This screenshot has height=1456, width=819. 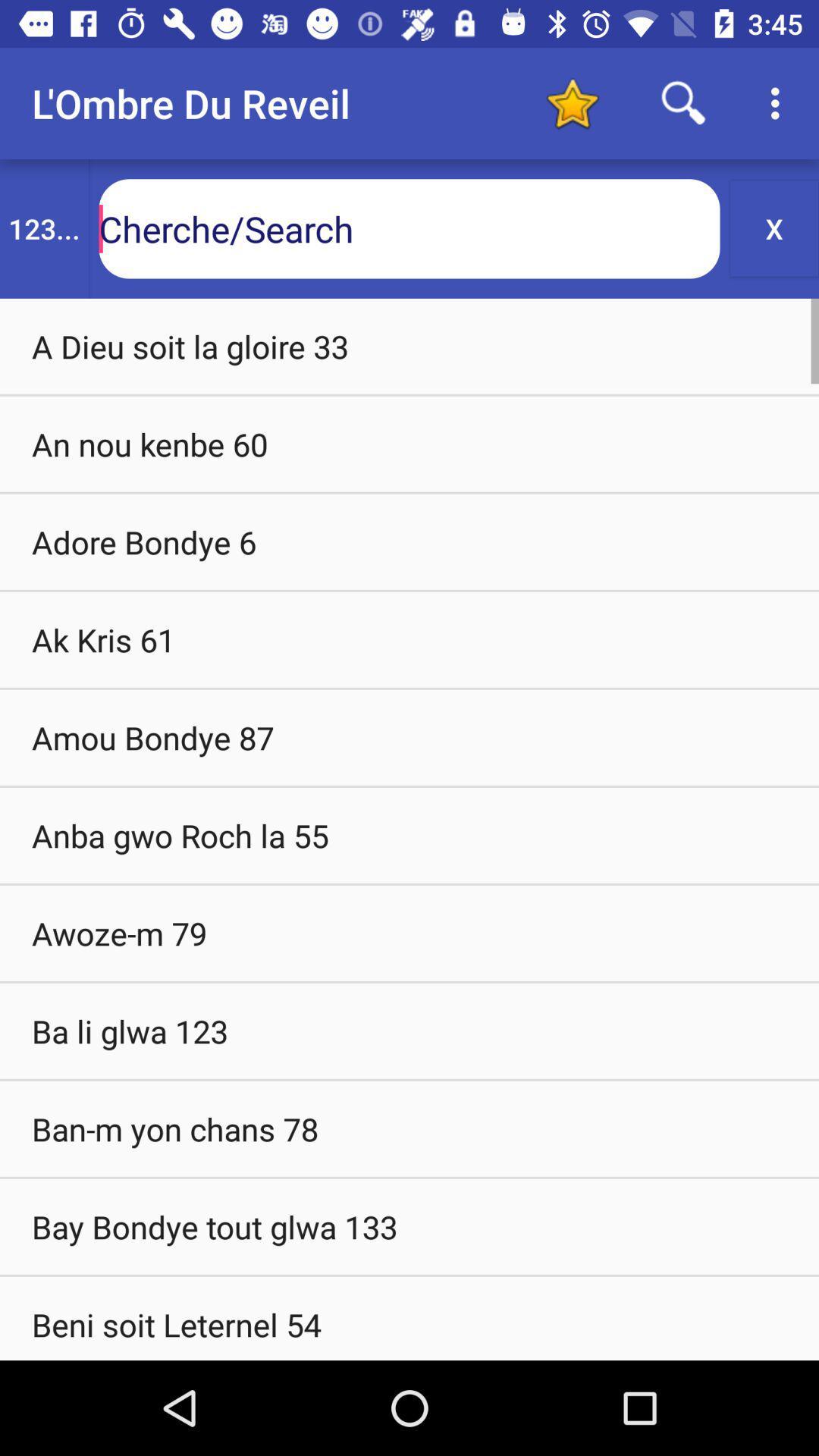 What do you see at coordinates (409, 1317) in the screenshot?
I see `beni soit leternel` at bounding box center [409, 1317].